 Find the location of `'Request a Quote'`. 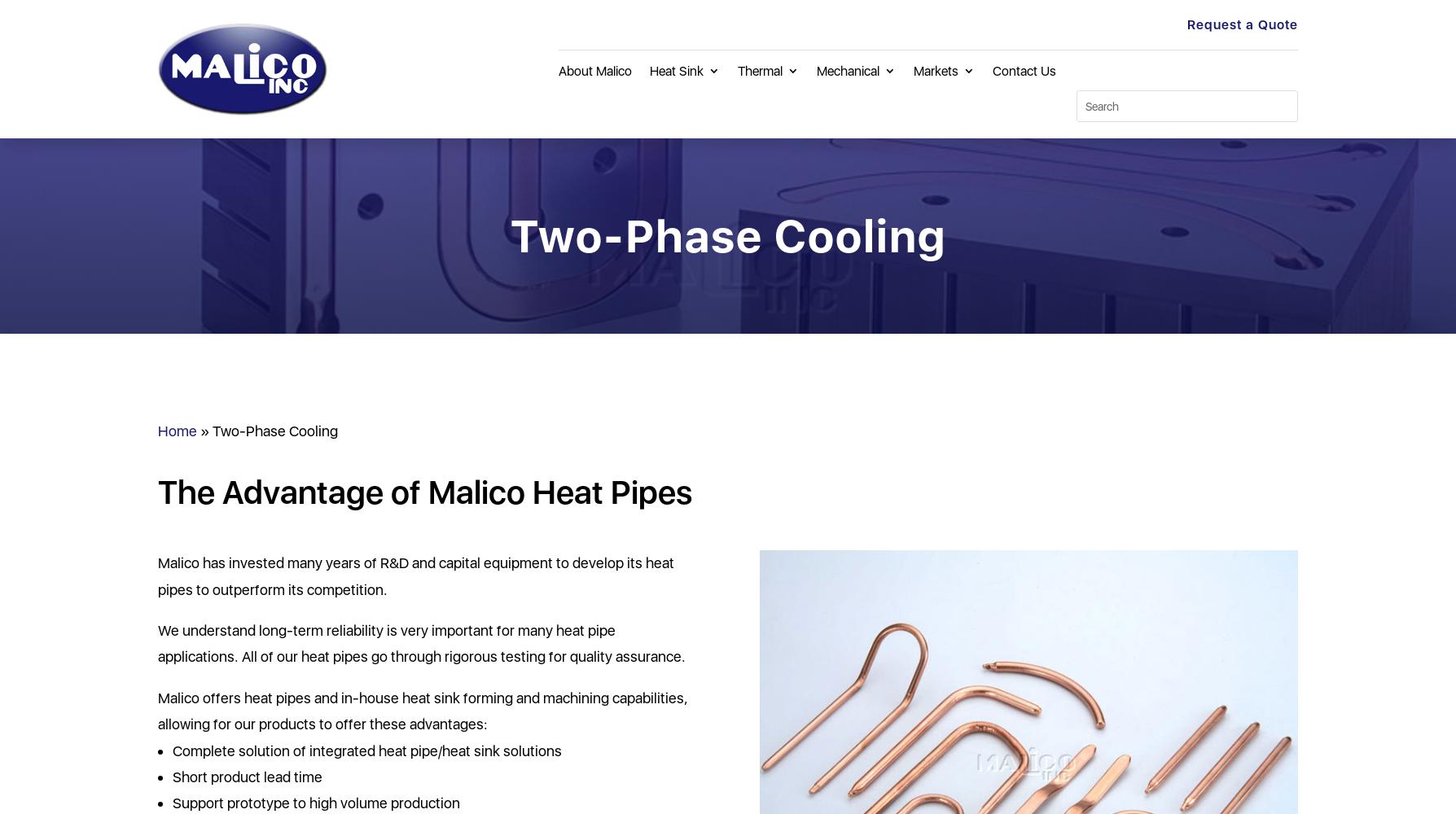

'Request a Quote' is located at coordinates (1241, 24).